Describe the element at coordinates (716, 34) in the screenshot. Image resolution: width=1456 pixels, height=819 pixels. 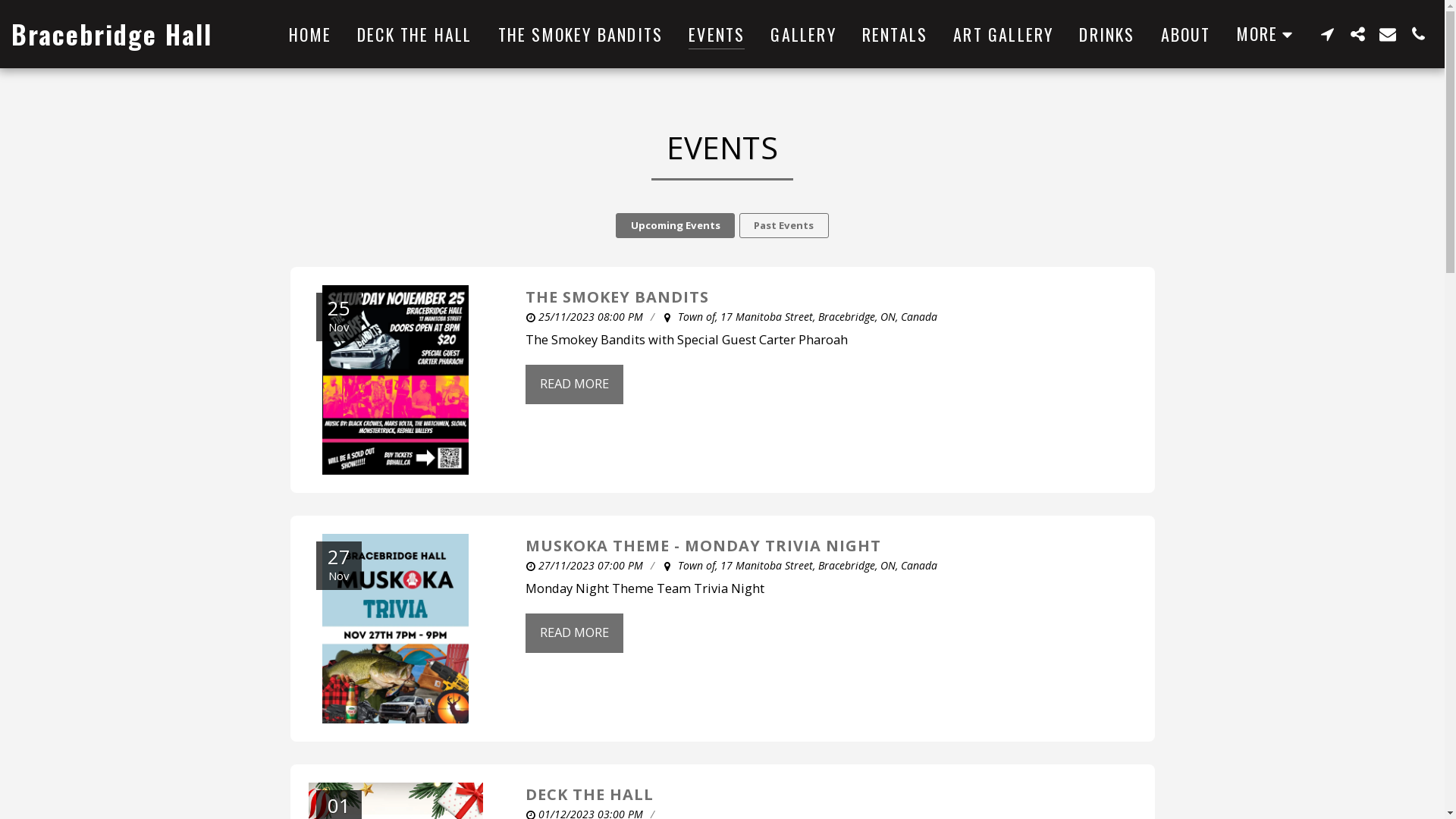
I see `'EVENTS'` at that location.